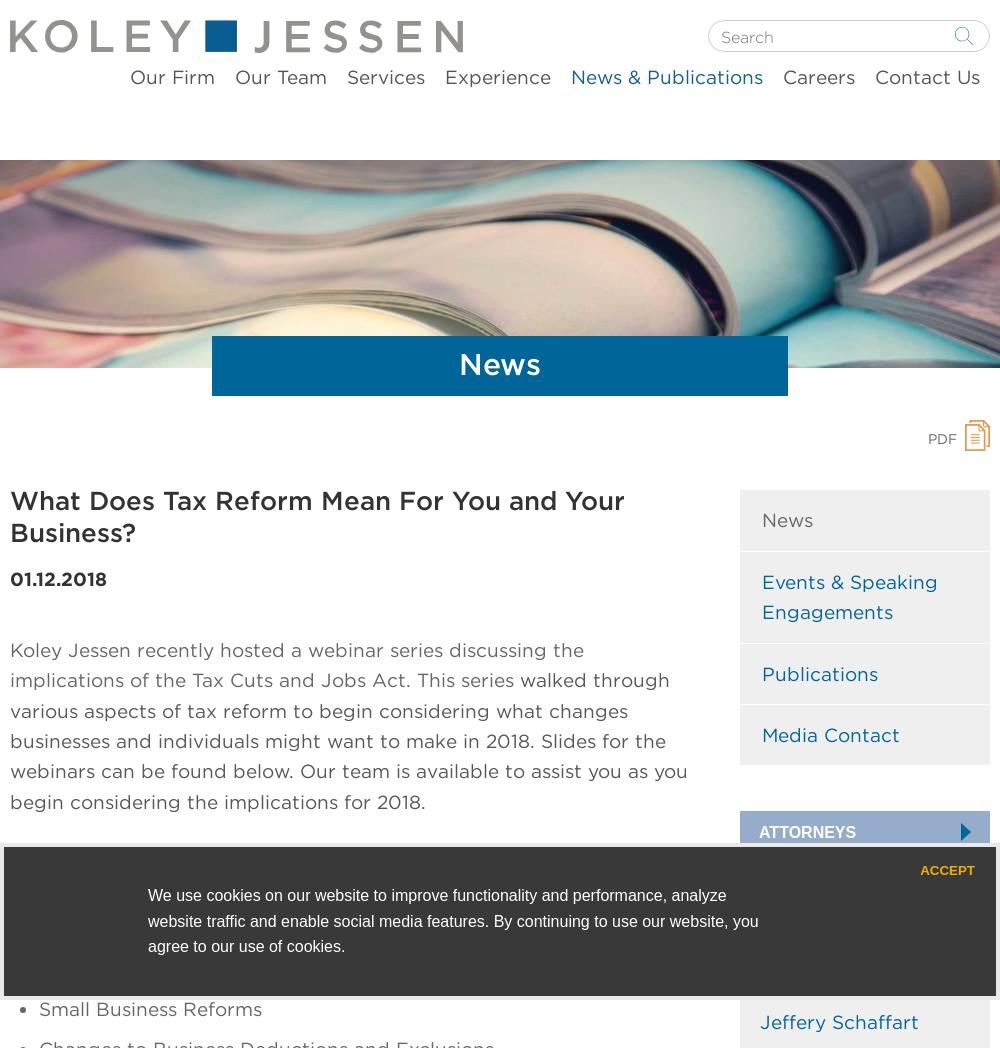 The height and width of the screenshot is (1048, 1000). I want to click on 'What Does Tax Reform Mean For You and Your Business?', so click(316, 516).